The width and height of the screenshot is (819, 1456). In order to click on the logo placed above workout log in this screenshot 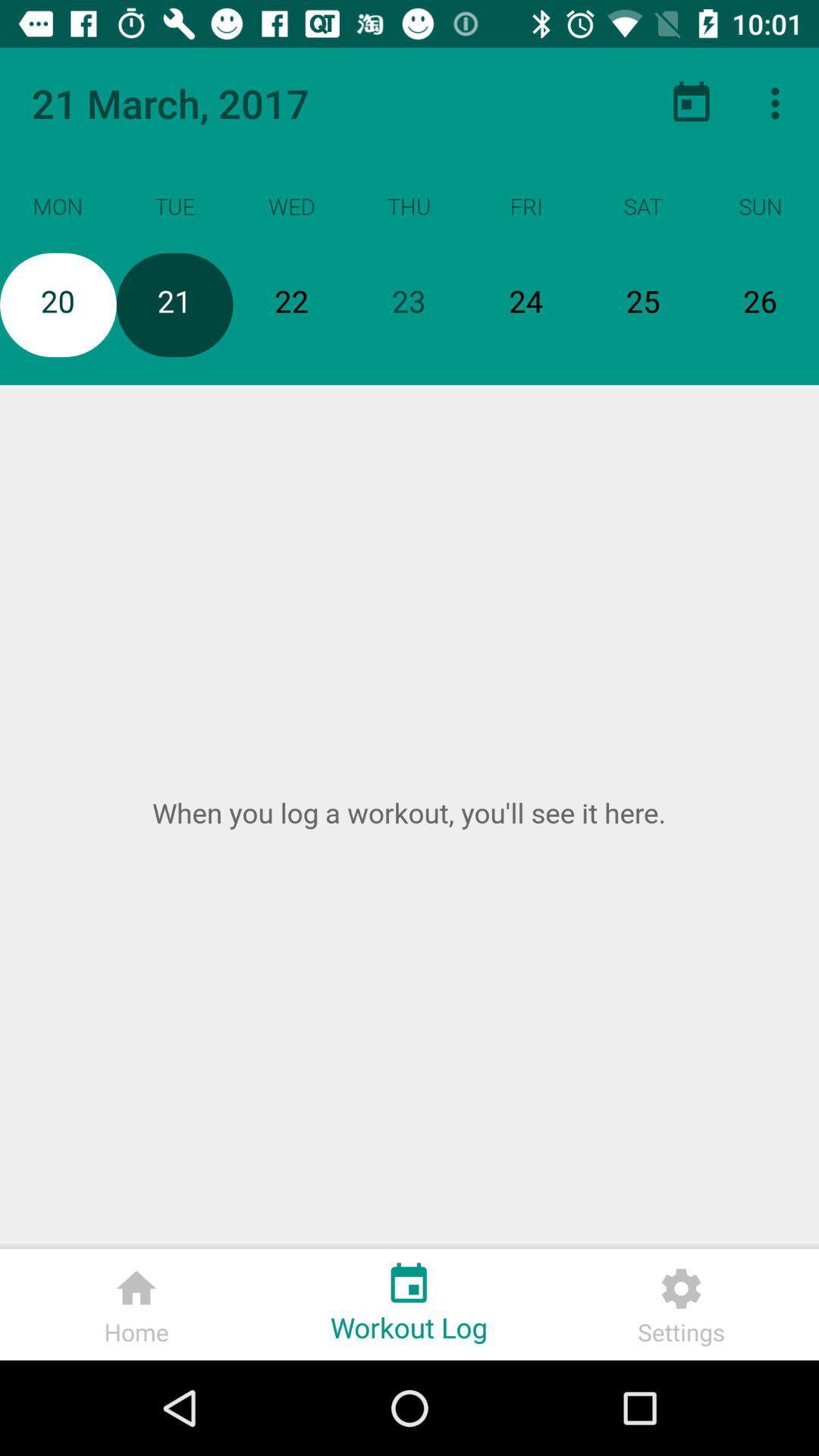, I will do `click(408, 1278)`.